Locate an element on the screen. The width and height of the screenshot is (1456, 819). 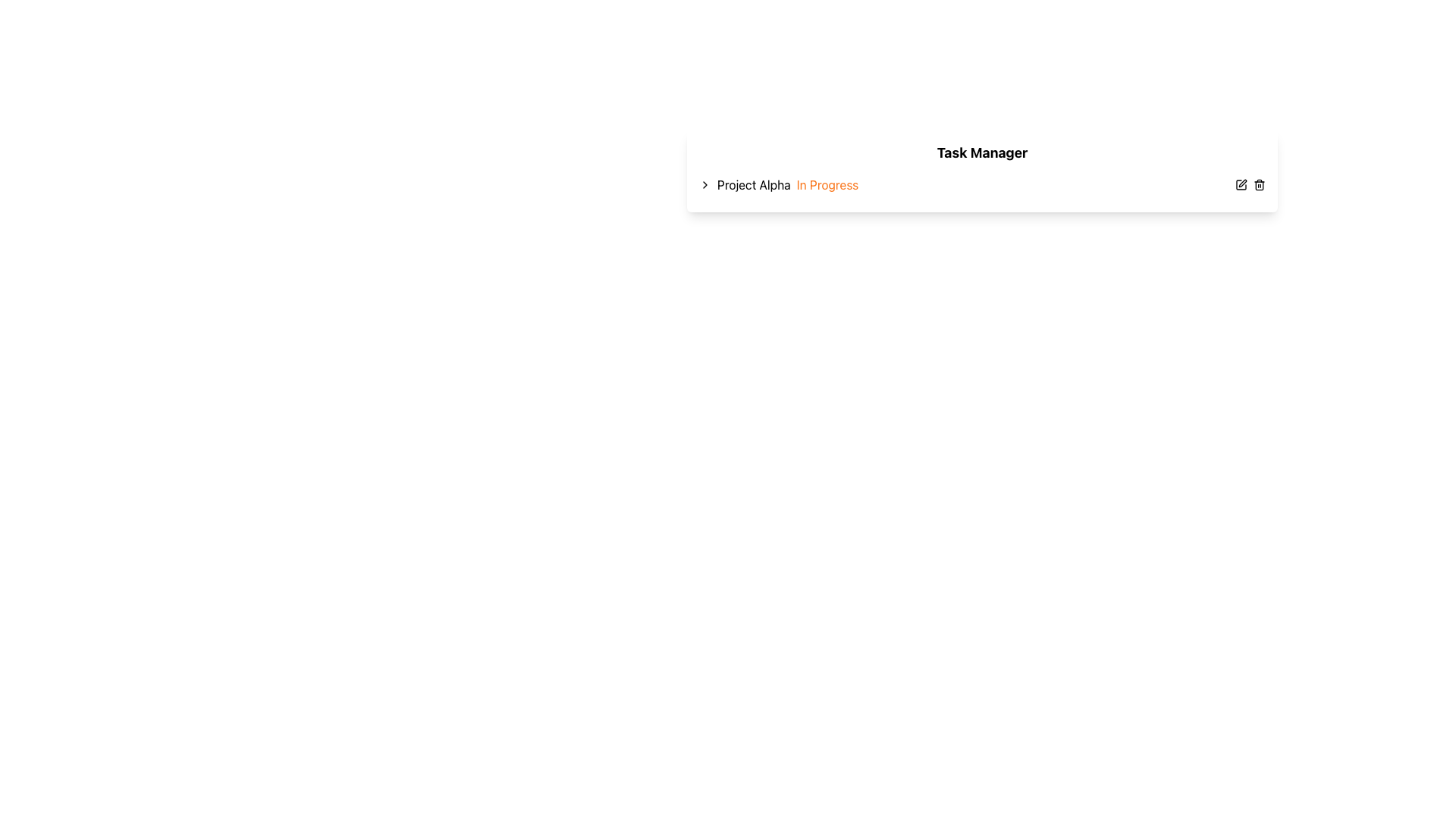
the Text Label indicating the name of a project or item, which is positioned to the right of a collapsible arrow icon and before the 'In Progress' status text is located at coordinates (754, 184).